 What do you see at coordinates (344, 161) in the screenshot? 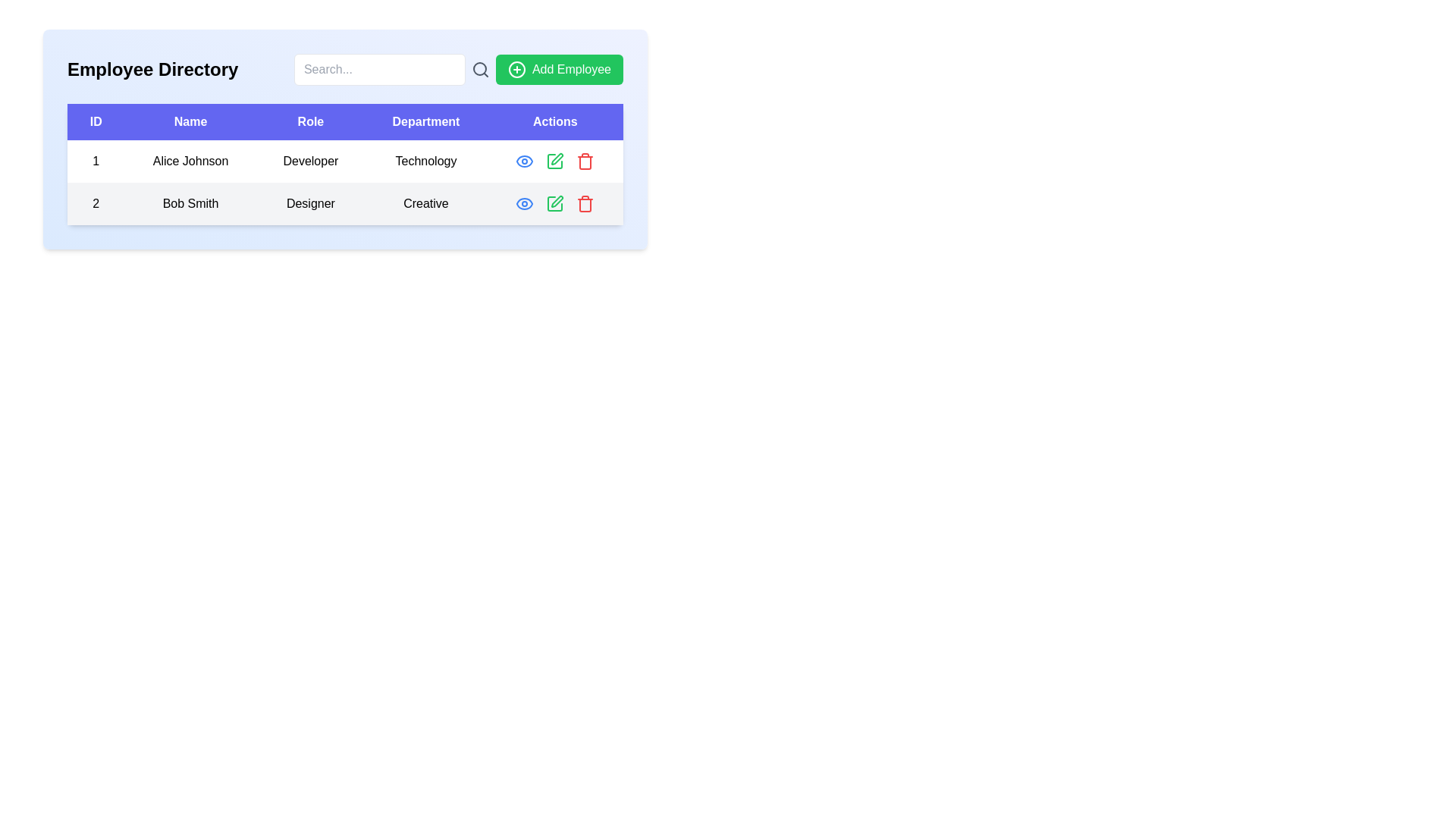
I see `the first row in the employee information table, which contains details about 'Alice Johnson', her role as 'Developer', and her department as 'Technology'` at bounding box center [344, 161].